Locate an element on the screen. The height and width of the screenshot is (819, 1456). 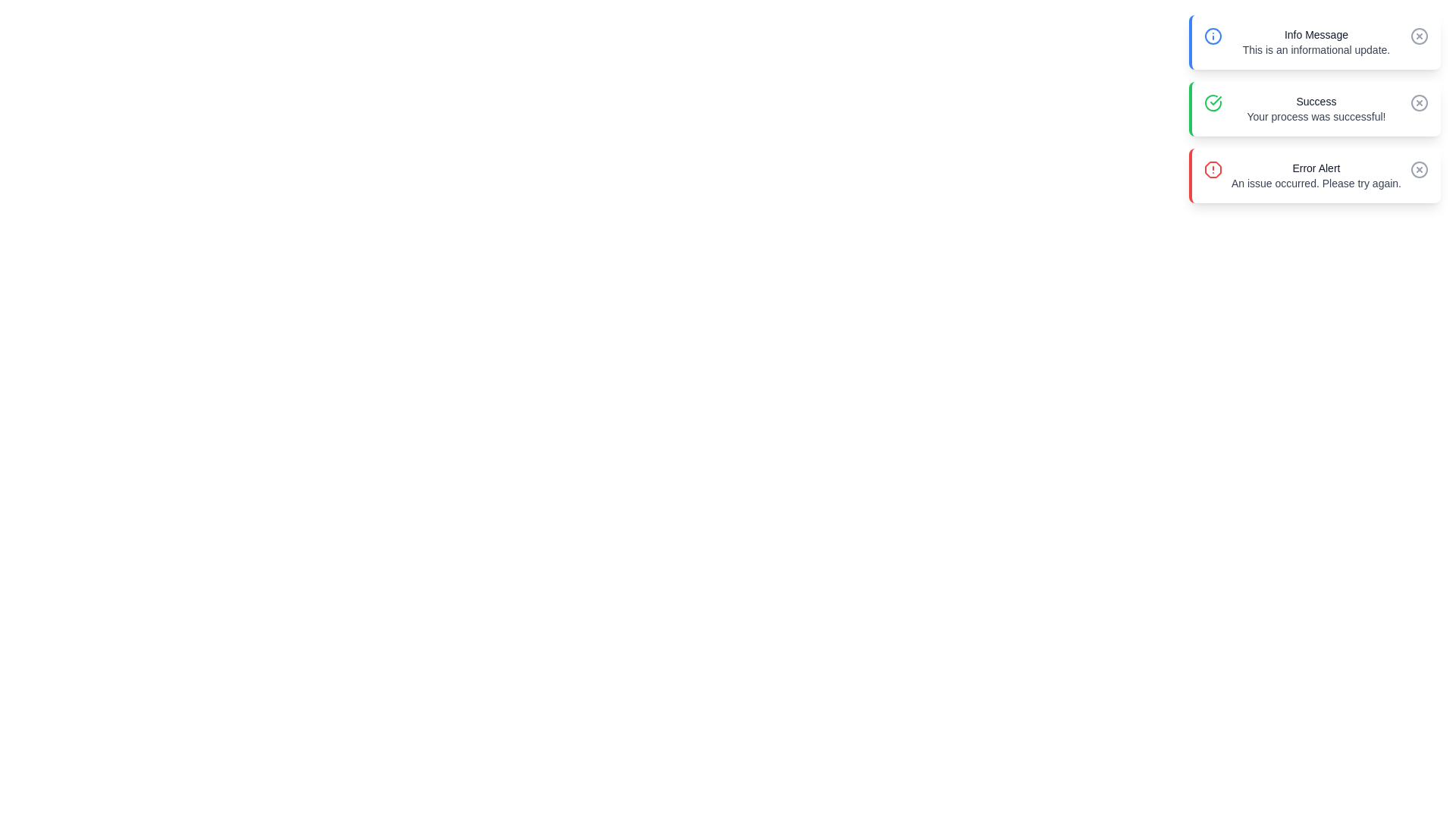
the circular 'X' icon with a hollow border in the 'Error Alert' notification to change its color to a darker gray shade is located at coordinates (1419, 169).